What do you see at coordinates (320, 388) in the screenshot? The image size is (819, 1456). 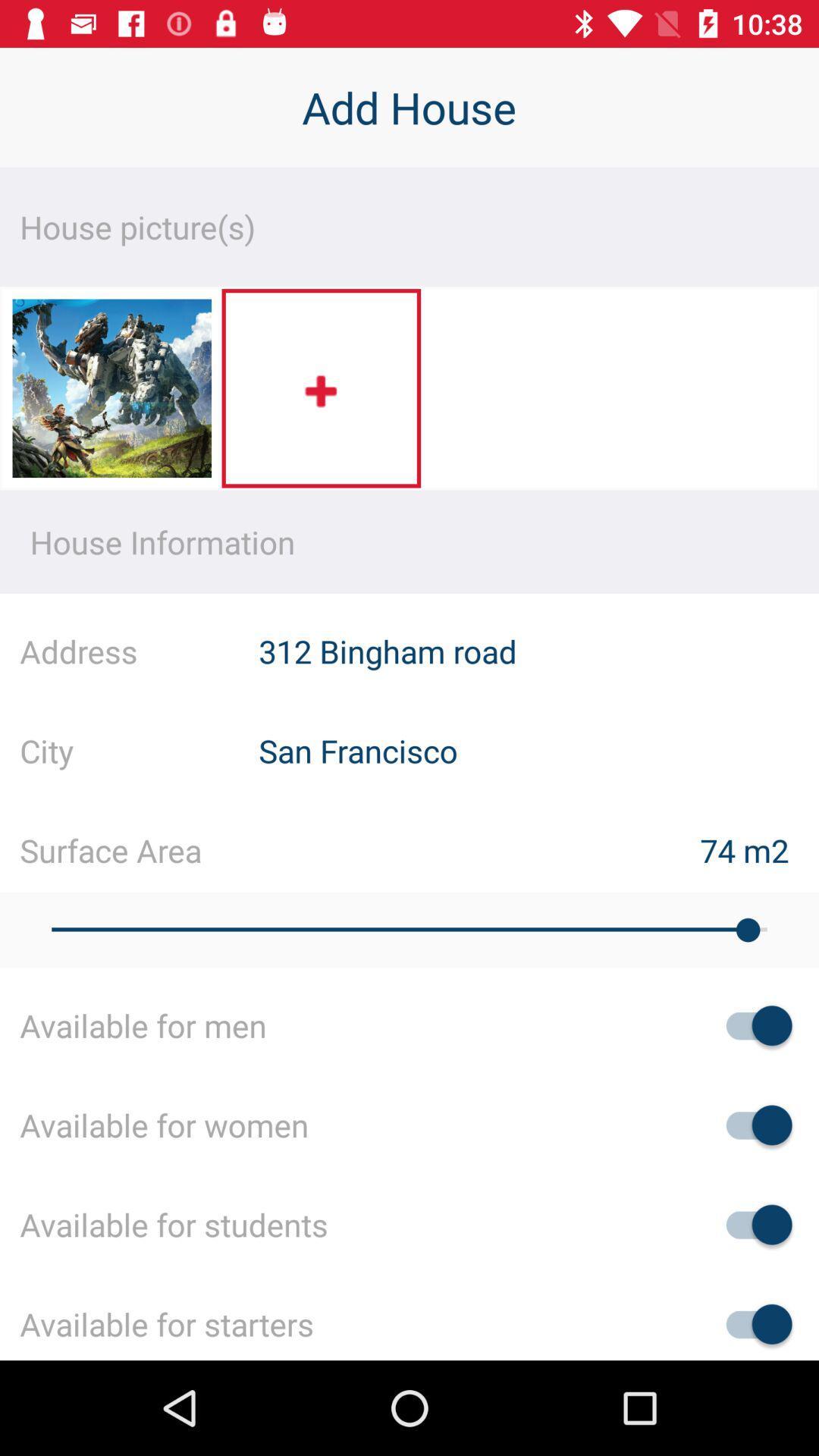 I see `the item above the house information` at bounding box center [320, 388].